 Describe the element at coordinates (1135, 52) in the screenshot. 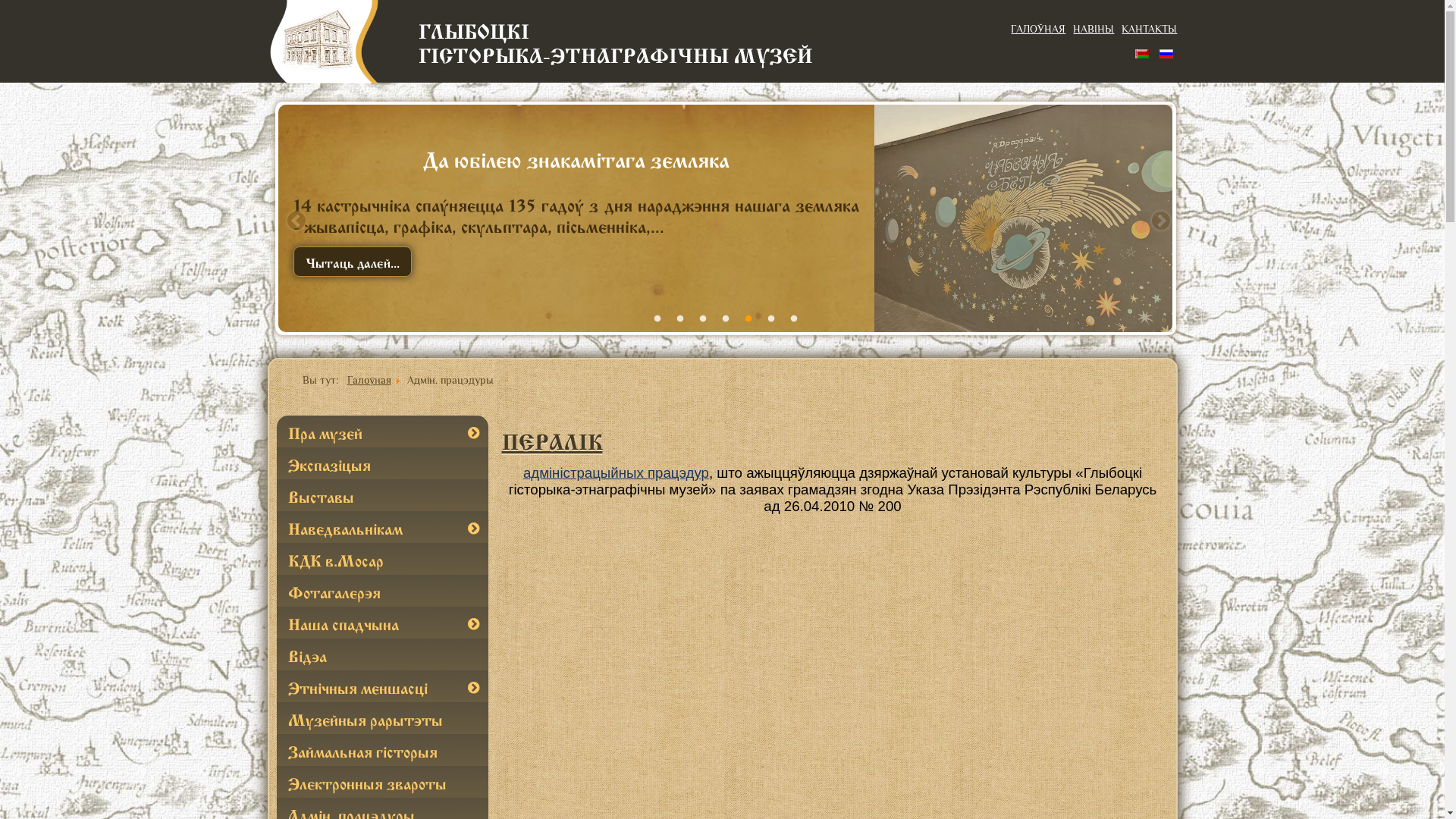

I see `'Belarusian (be-BY)'` at that location.